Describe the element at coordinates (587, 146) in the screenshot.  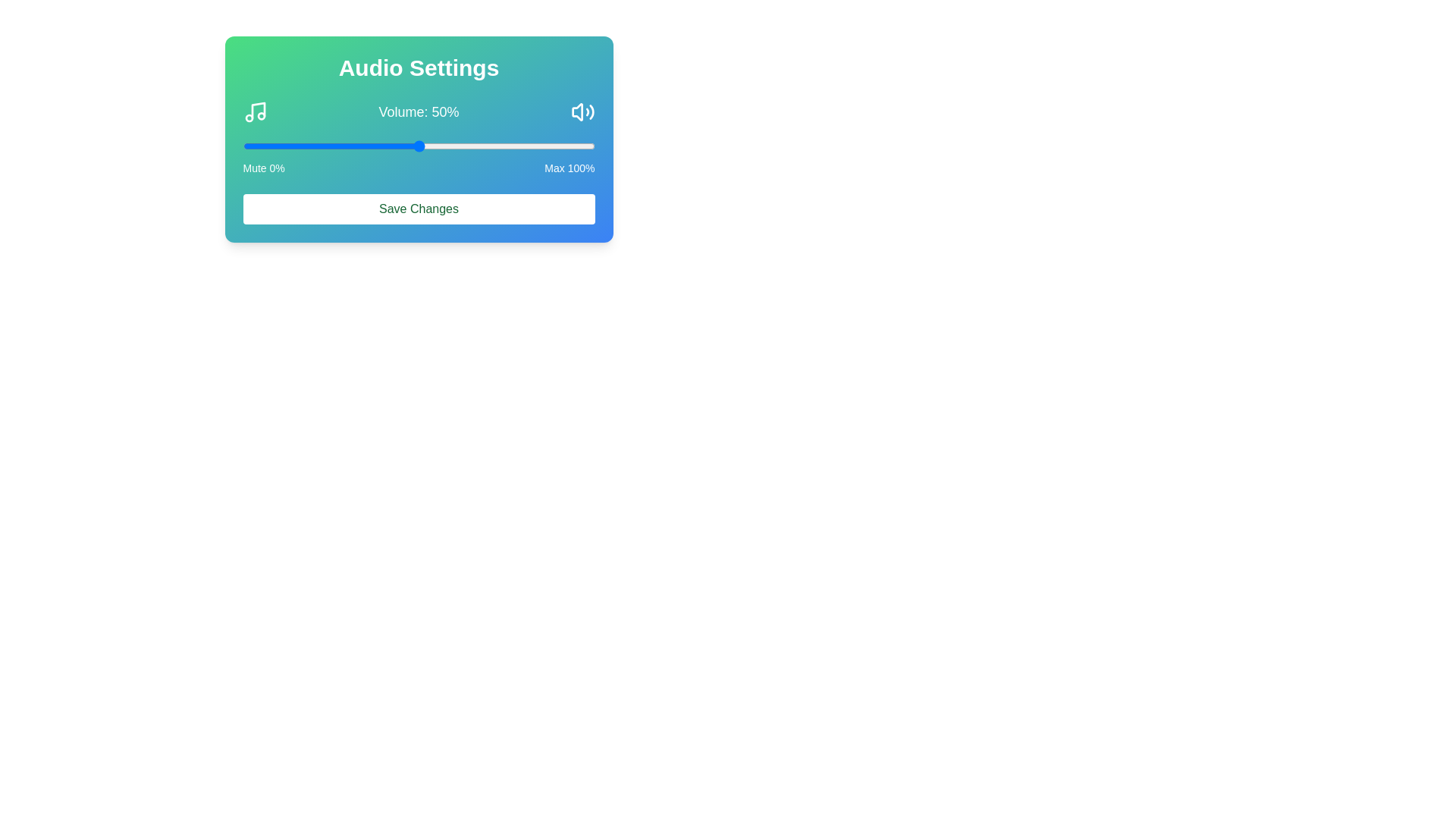
I see `the volume slider to 98%` at that location.